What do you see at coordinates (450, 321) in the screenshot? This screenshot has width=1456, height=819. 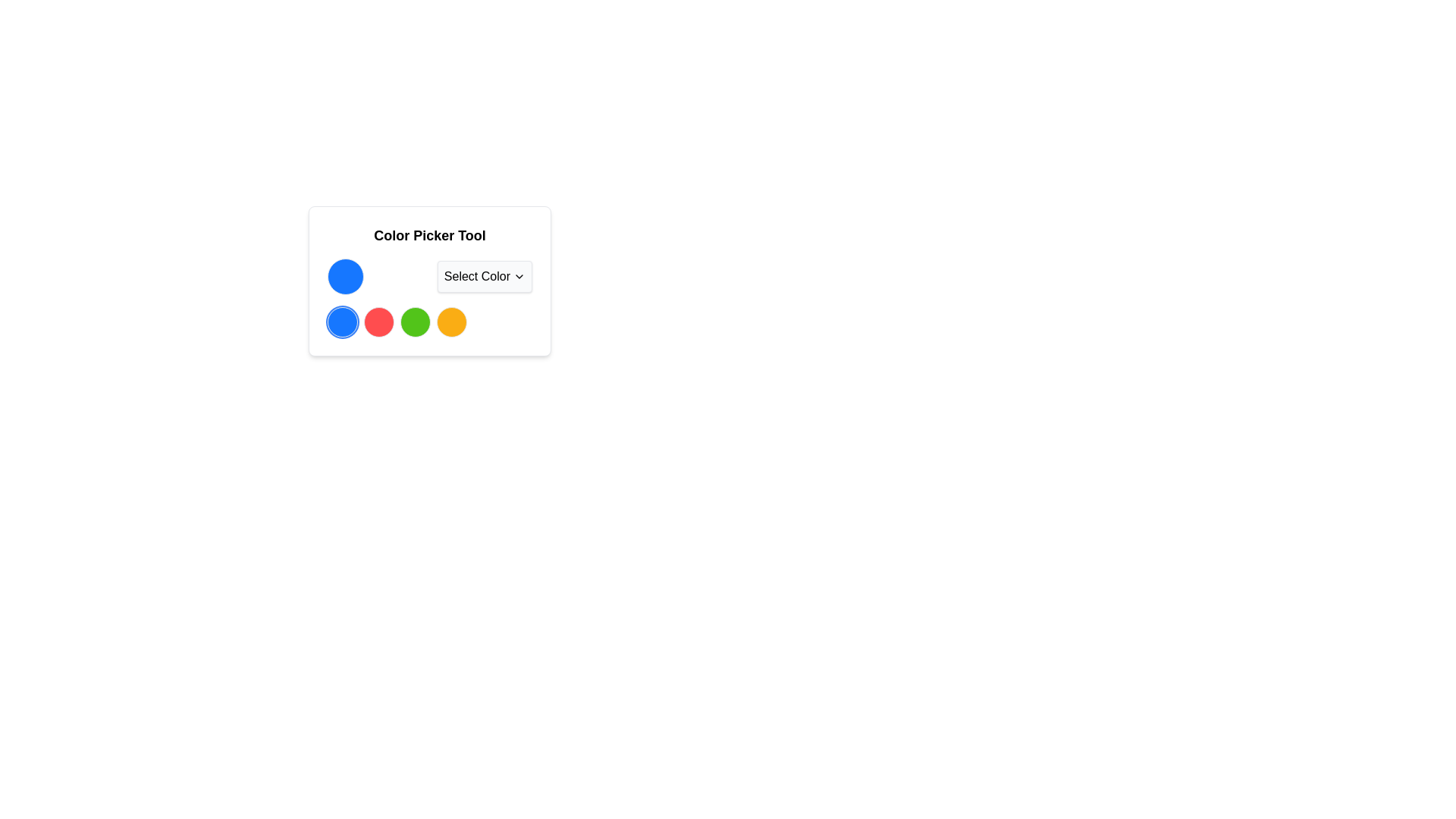 I see `the fourth circular Color selection button with a vibrant orange background` at bounding box center [450, 321].